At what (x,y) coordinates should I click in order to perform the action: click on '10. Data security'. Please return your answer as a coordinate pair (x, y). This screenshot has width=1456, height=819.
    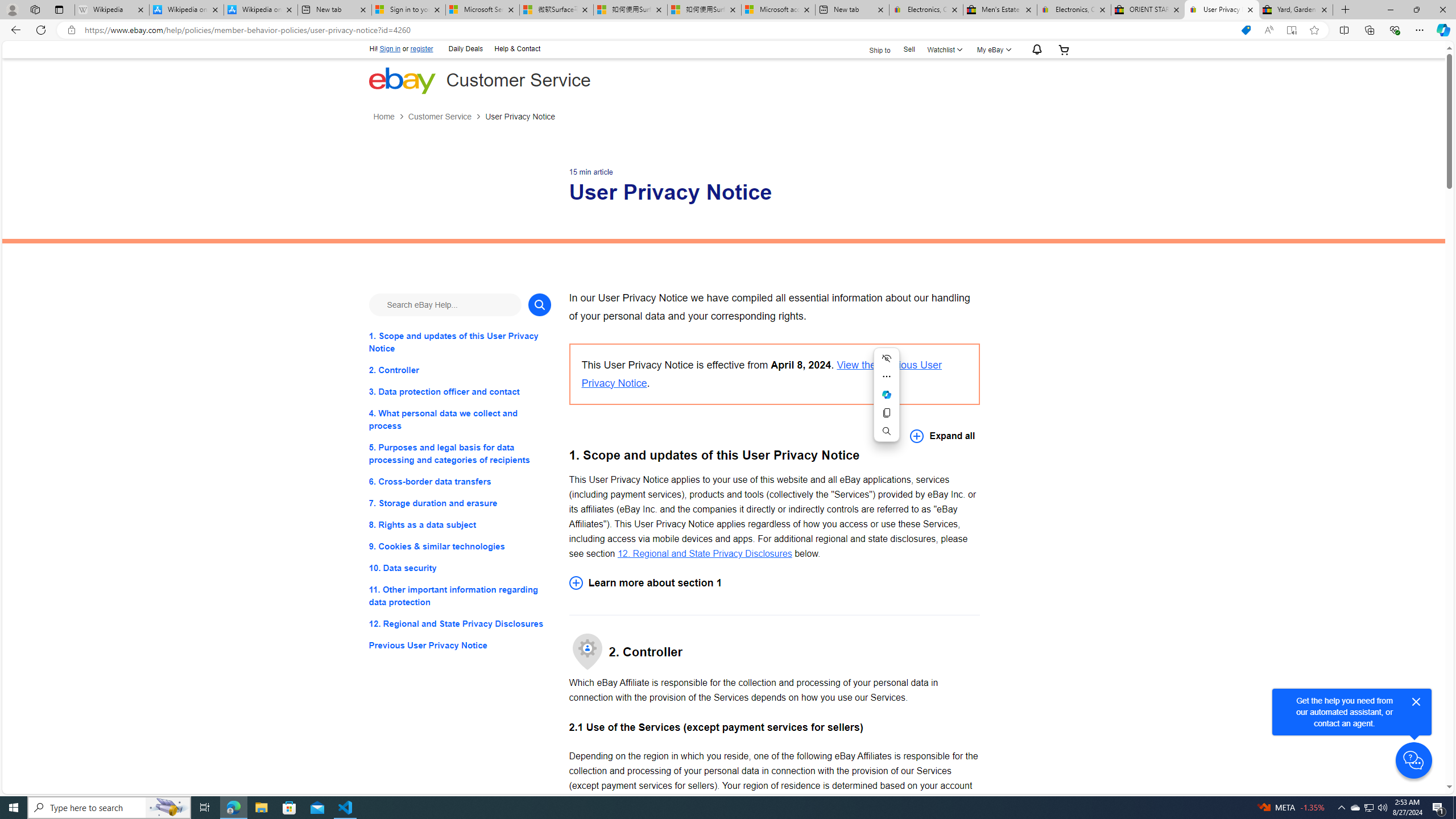
    Looking at the image, I should click on (459, 568).